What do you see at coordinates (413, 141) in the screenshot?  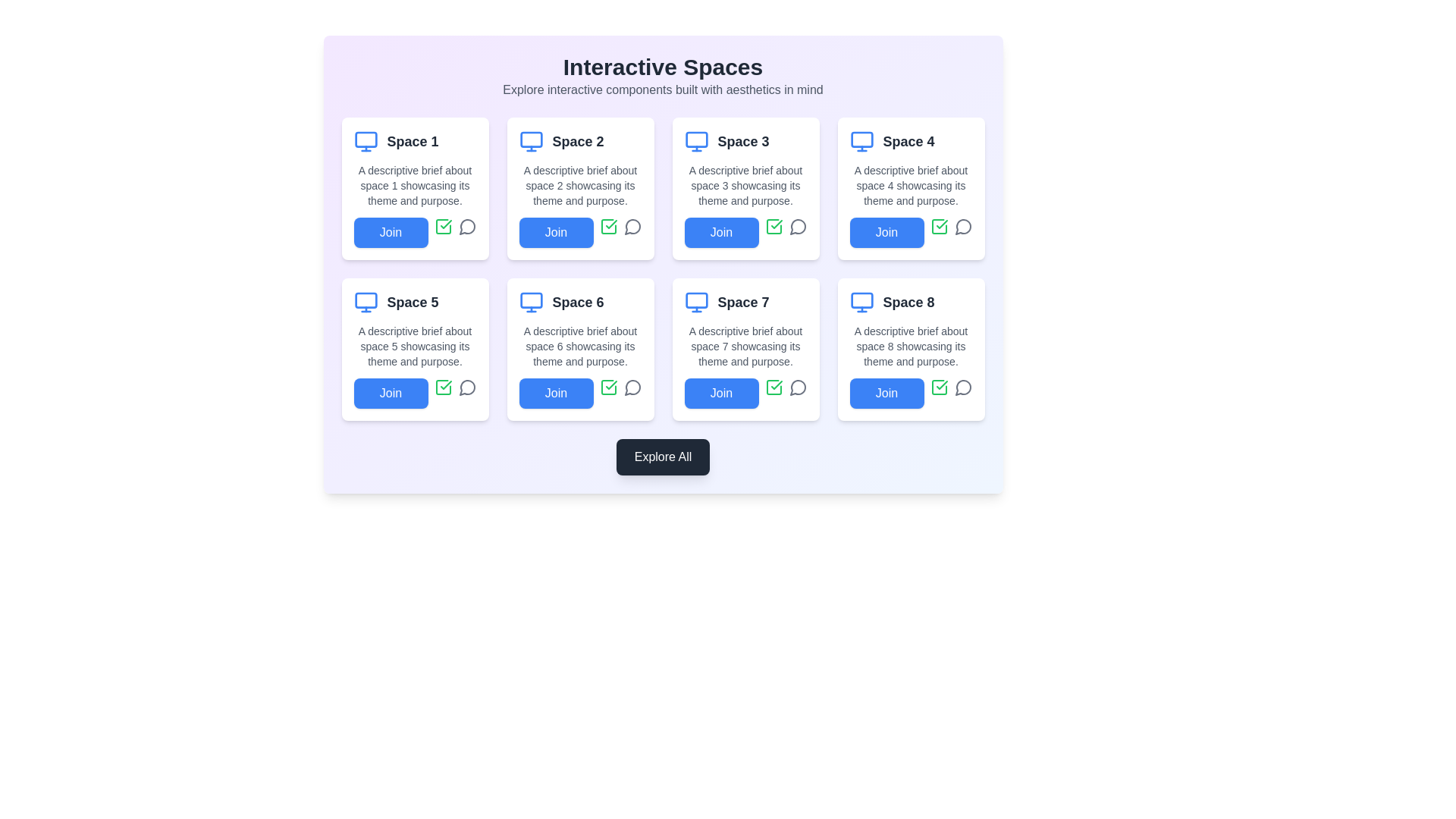 I see `the 'Space 1' text label, which is a bold dark gray label on a light background in the first card of a grid layout` at bounding box center [413, 141].